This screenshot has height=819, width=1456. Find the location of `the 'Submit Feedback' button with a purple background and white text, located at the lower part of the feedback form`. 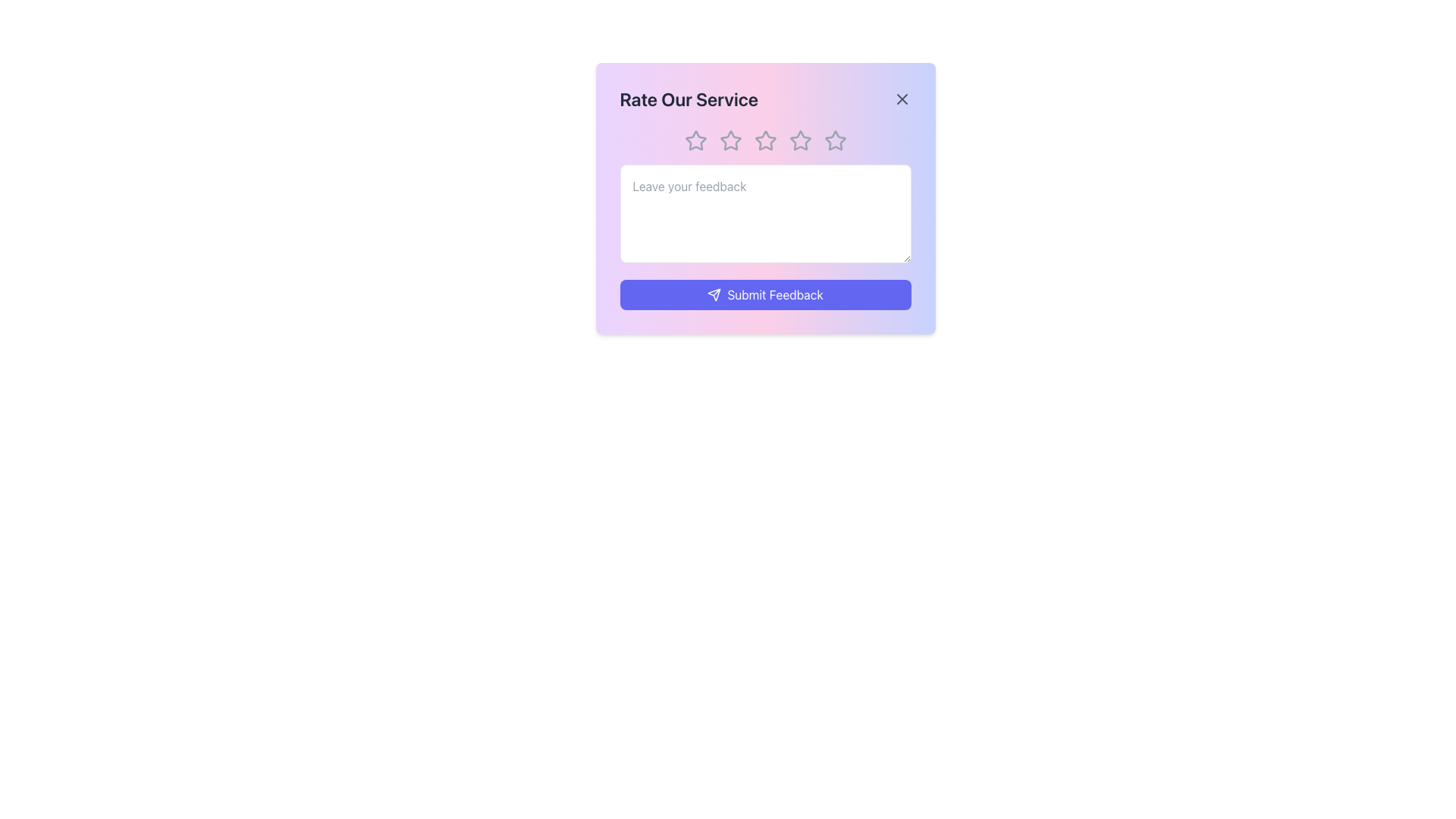

the 'Submit Feedback' button with a purple background and white text, located at the lower part of the feedback form is located at coordinates (765, 295).